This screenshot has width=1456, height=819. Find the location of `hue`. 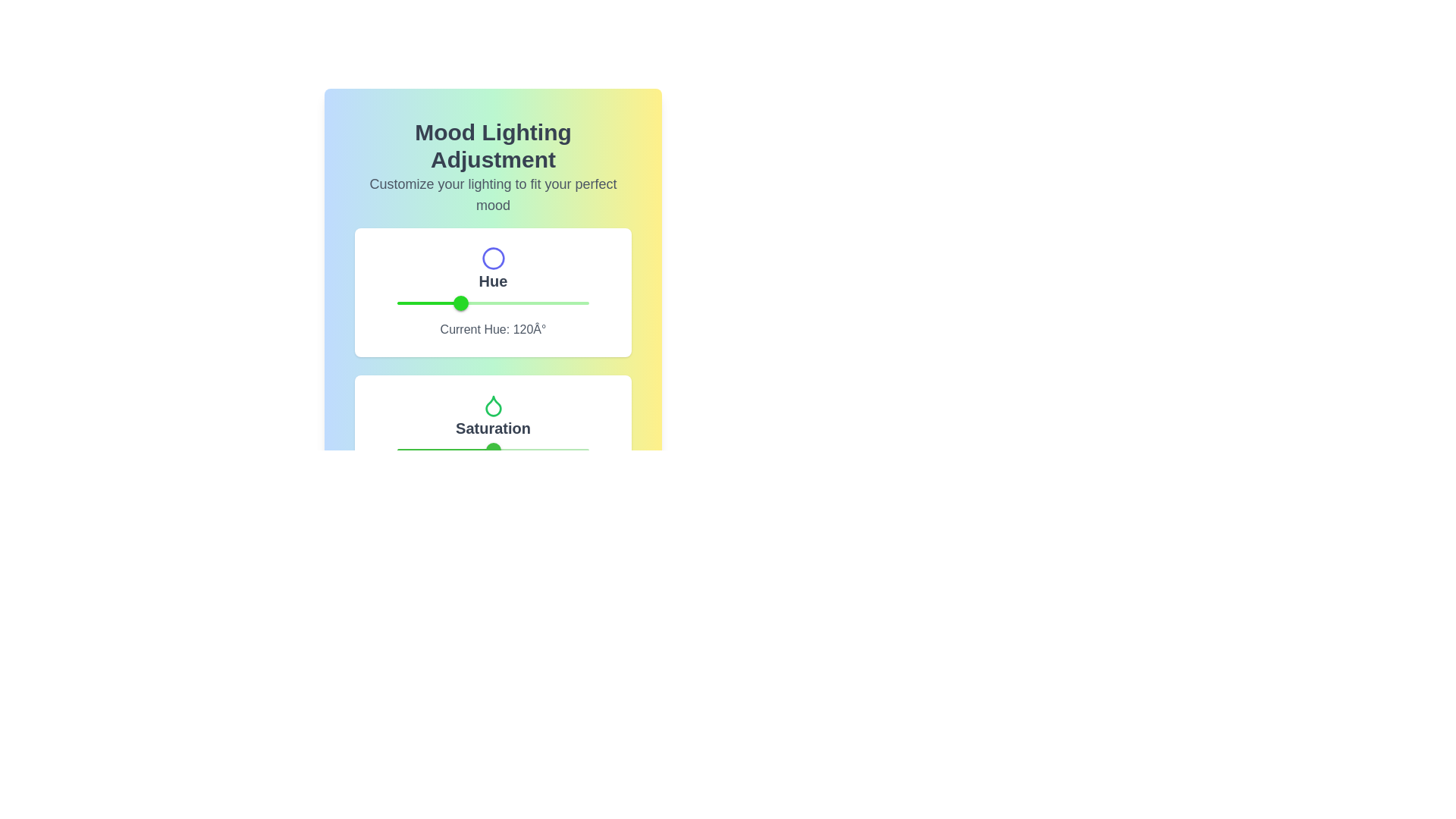

hue is located at coordinates (461, 303).